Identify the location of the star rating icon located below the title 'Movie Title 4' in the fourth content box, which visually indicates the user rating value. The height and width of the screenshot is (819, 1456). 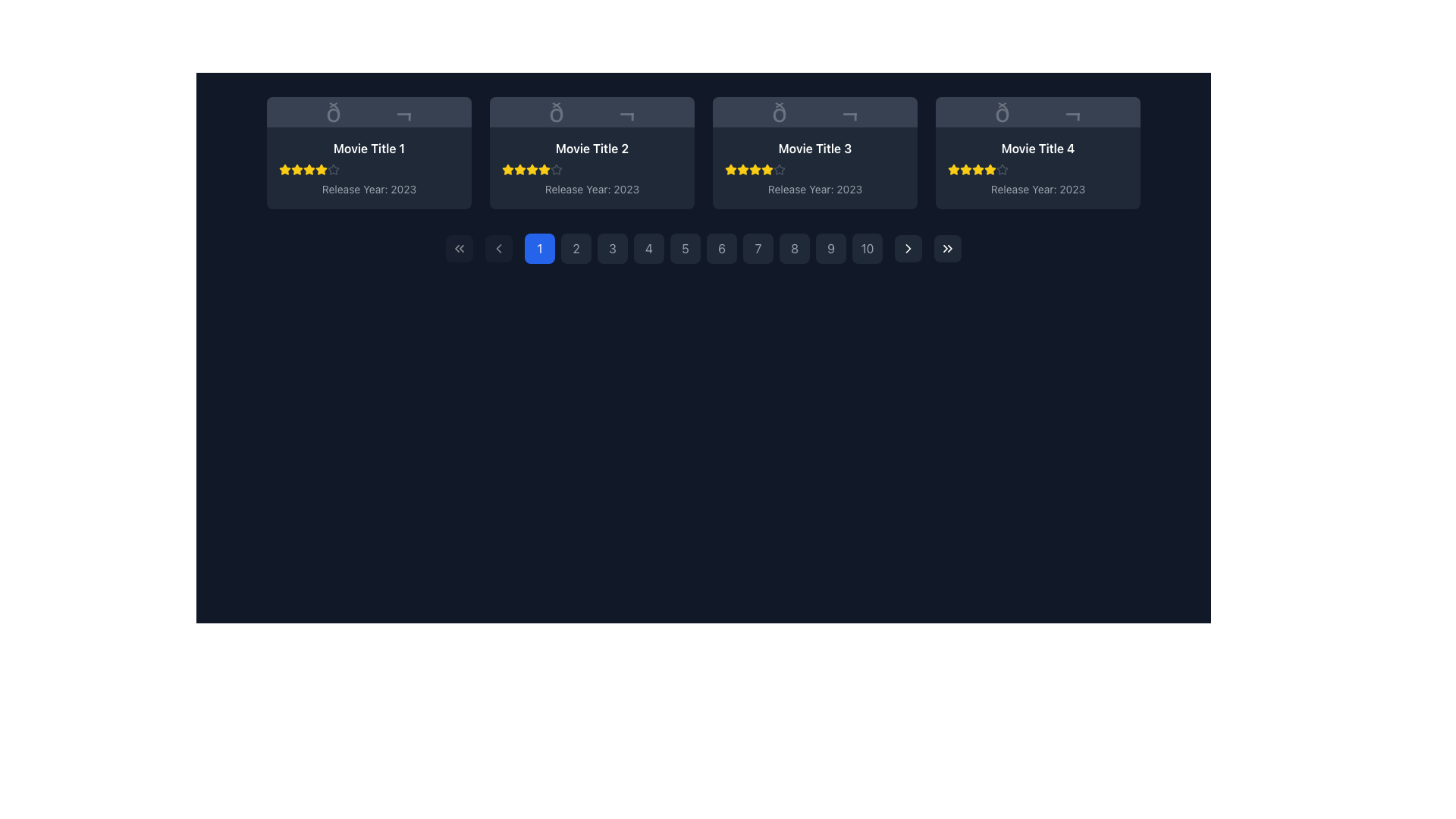
(990, 169).